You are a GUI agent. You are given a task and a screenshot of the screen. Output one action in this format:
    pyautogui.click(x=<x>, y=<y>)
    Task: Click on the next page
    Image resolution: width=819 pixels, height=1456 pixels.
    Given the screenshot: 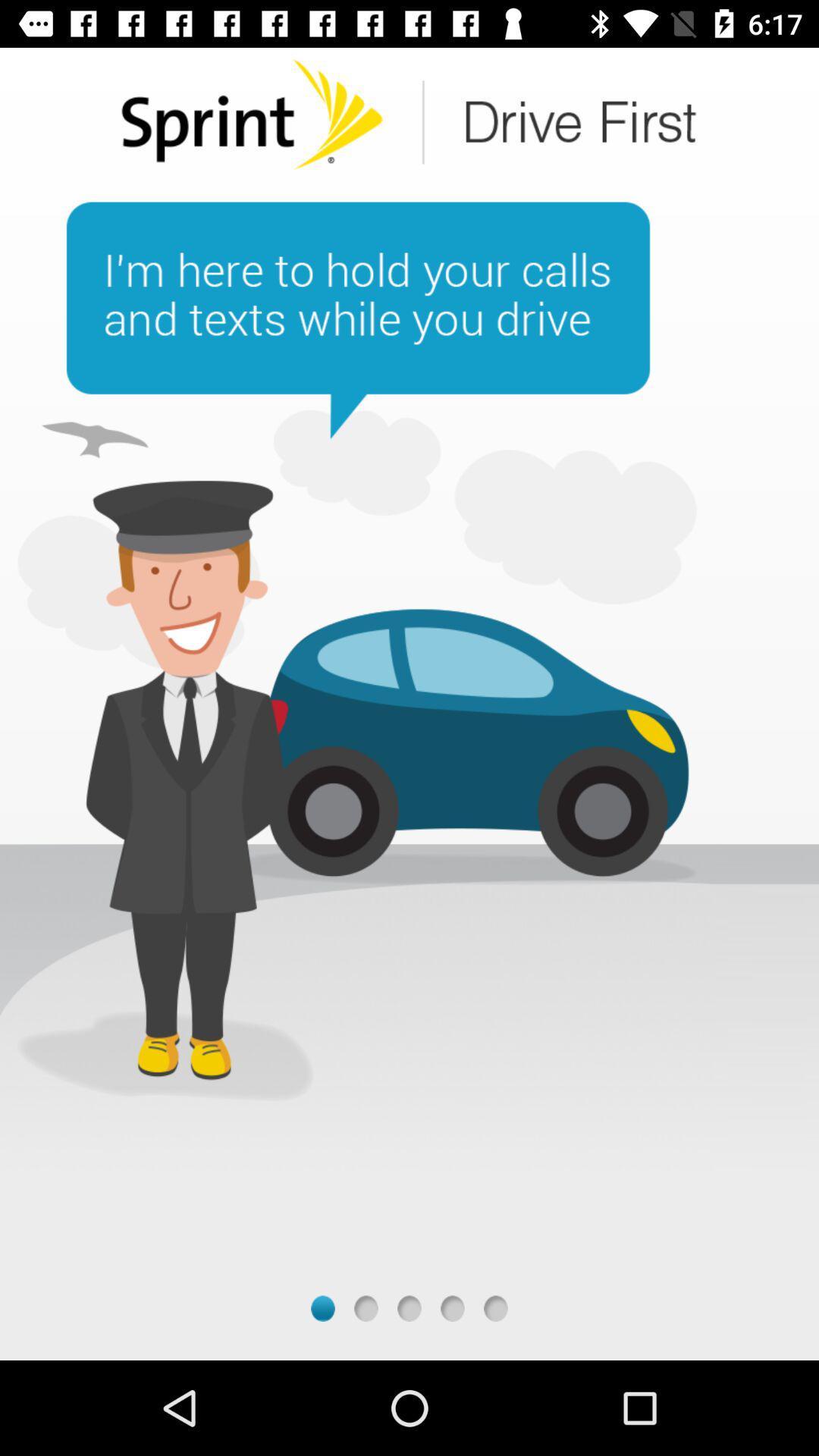 What is the action you would take?
    pyautogui.click(x=366, y=1307)
    